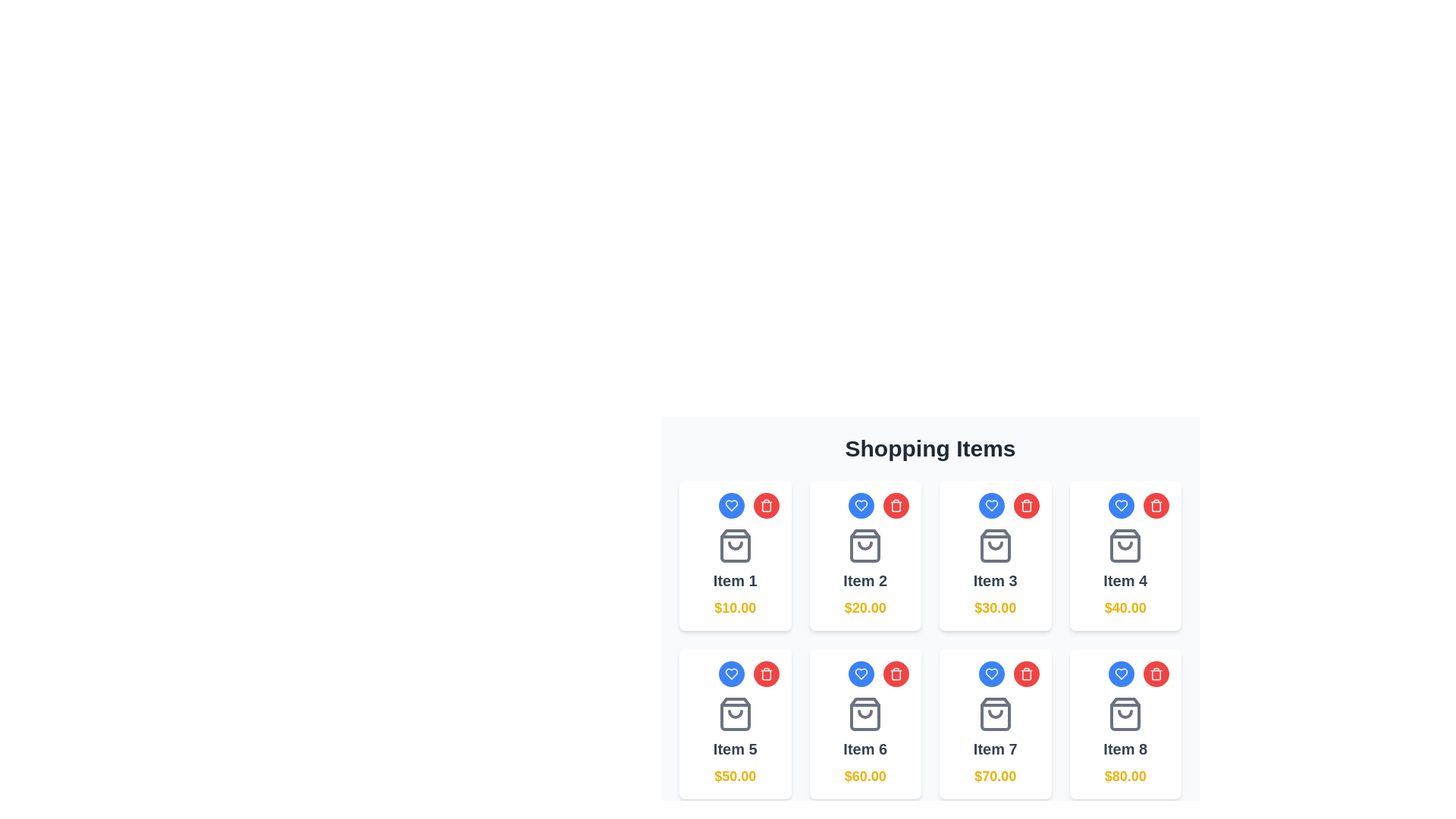  Describe the element at coordinates (995, 546) in the screenshot. I see `the shopping items icon representing 'Item 3' in the application's interface, located in the first row and third column of the grid under 'Shopping Items'` at that location.